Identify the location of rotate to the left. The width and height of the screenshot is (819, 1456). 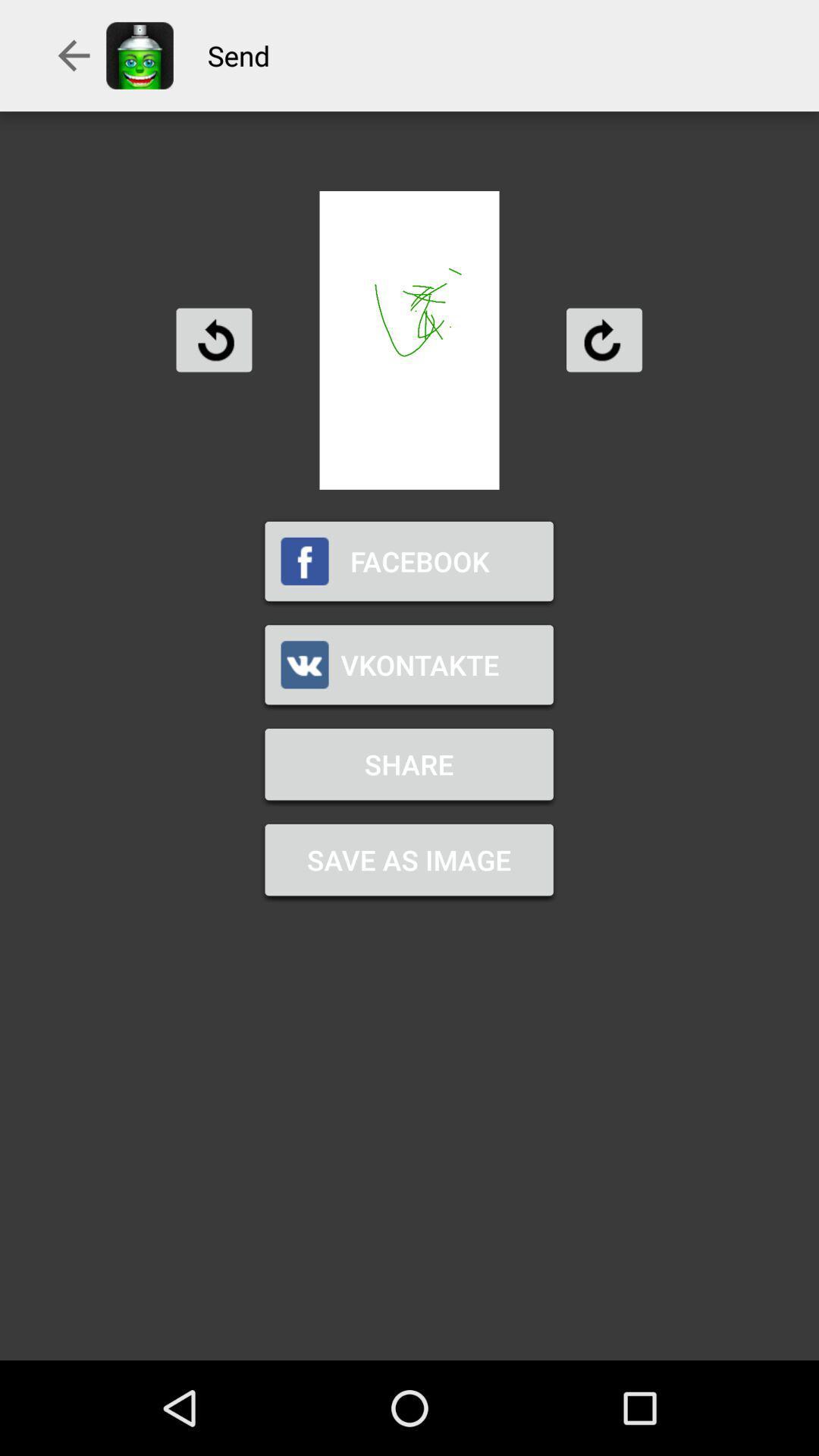
(214, 339).